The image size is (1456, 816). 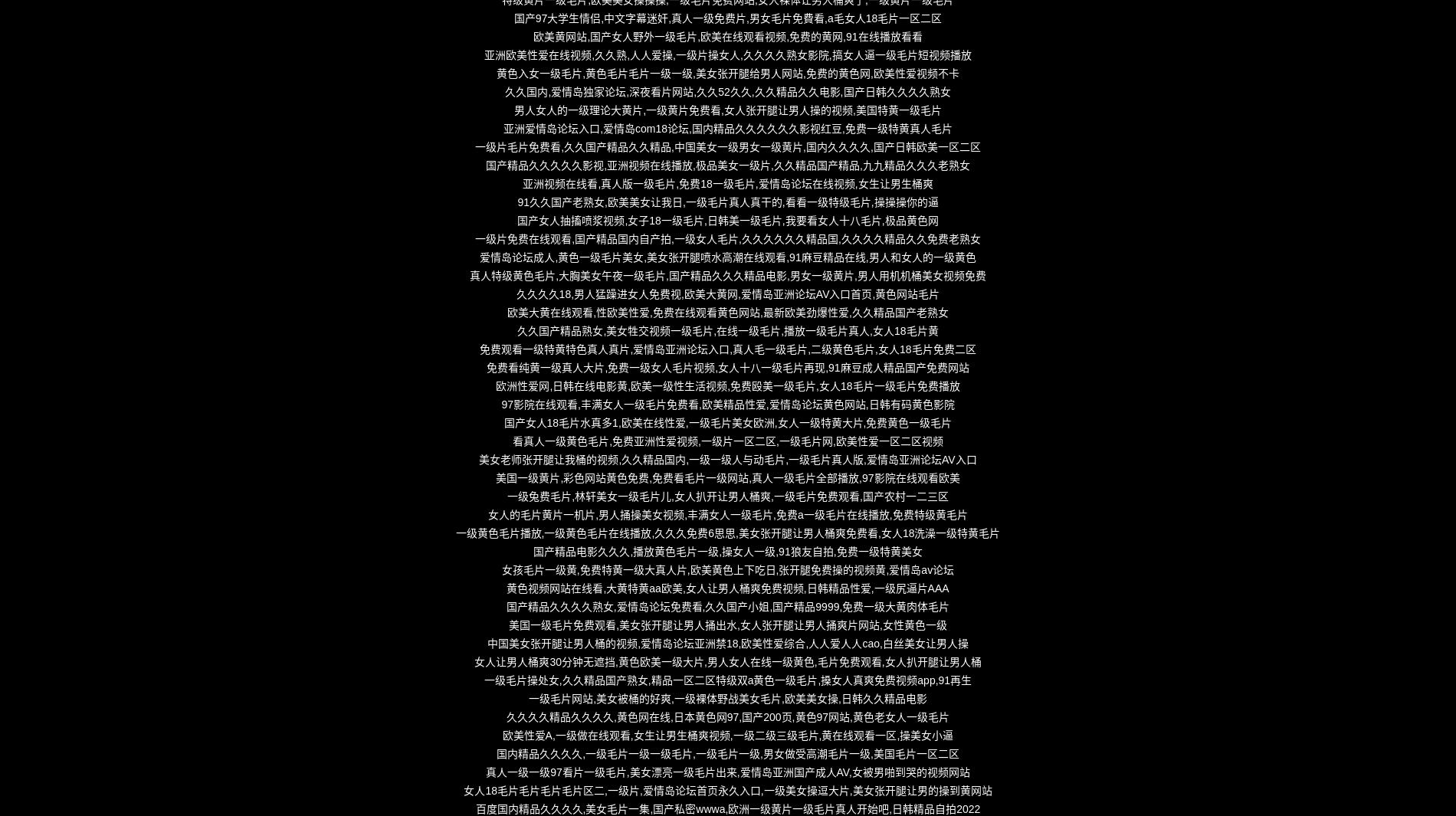 I want to click on '一级毛片操处女,久久精品国产熟女,精品一区二区特级双a黄色一级毛片,搡女人真爽免费视频app,91再生', so click(x=726, y=680).